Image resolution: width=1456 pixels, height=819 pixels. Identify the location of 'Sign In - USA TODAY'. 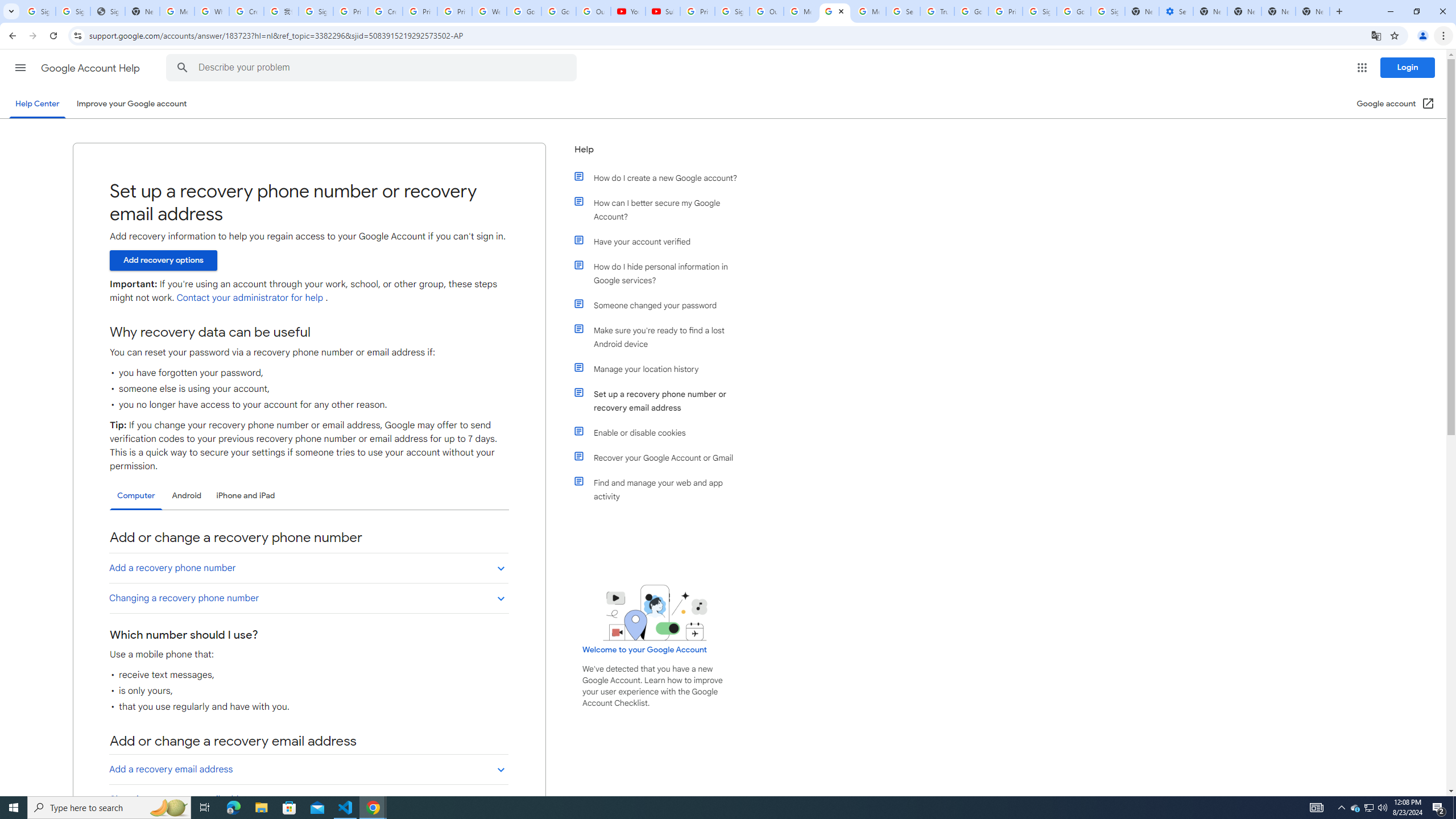
(107, 11).